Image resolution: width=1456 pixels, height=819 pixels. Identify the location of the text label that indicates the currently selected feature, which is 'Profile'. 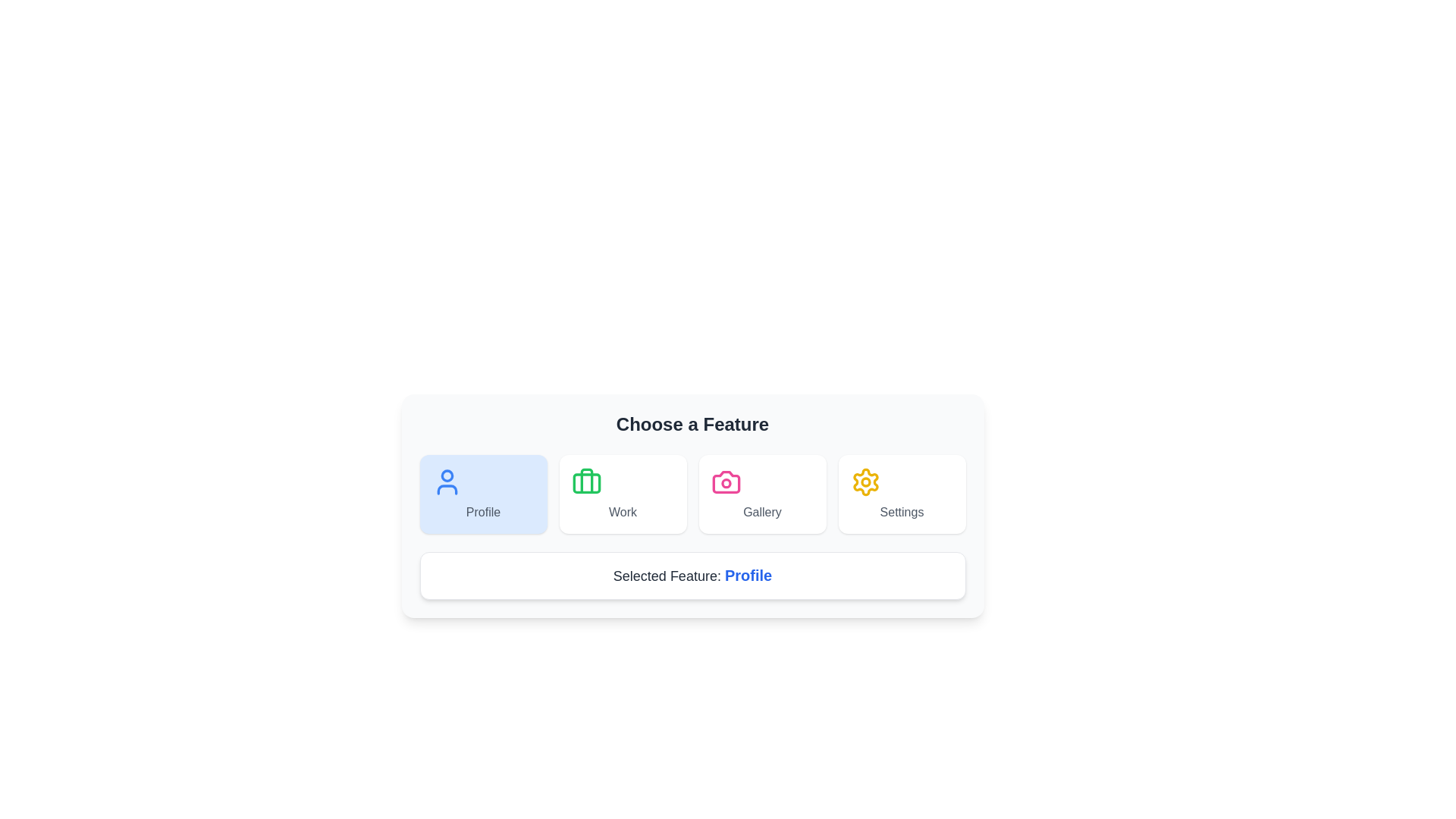
(748, 576).